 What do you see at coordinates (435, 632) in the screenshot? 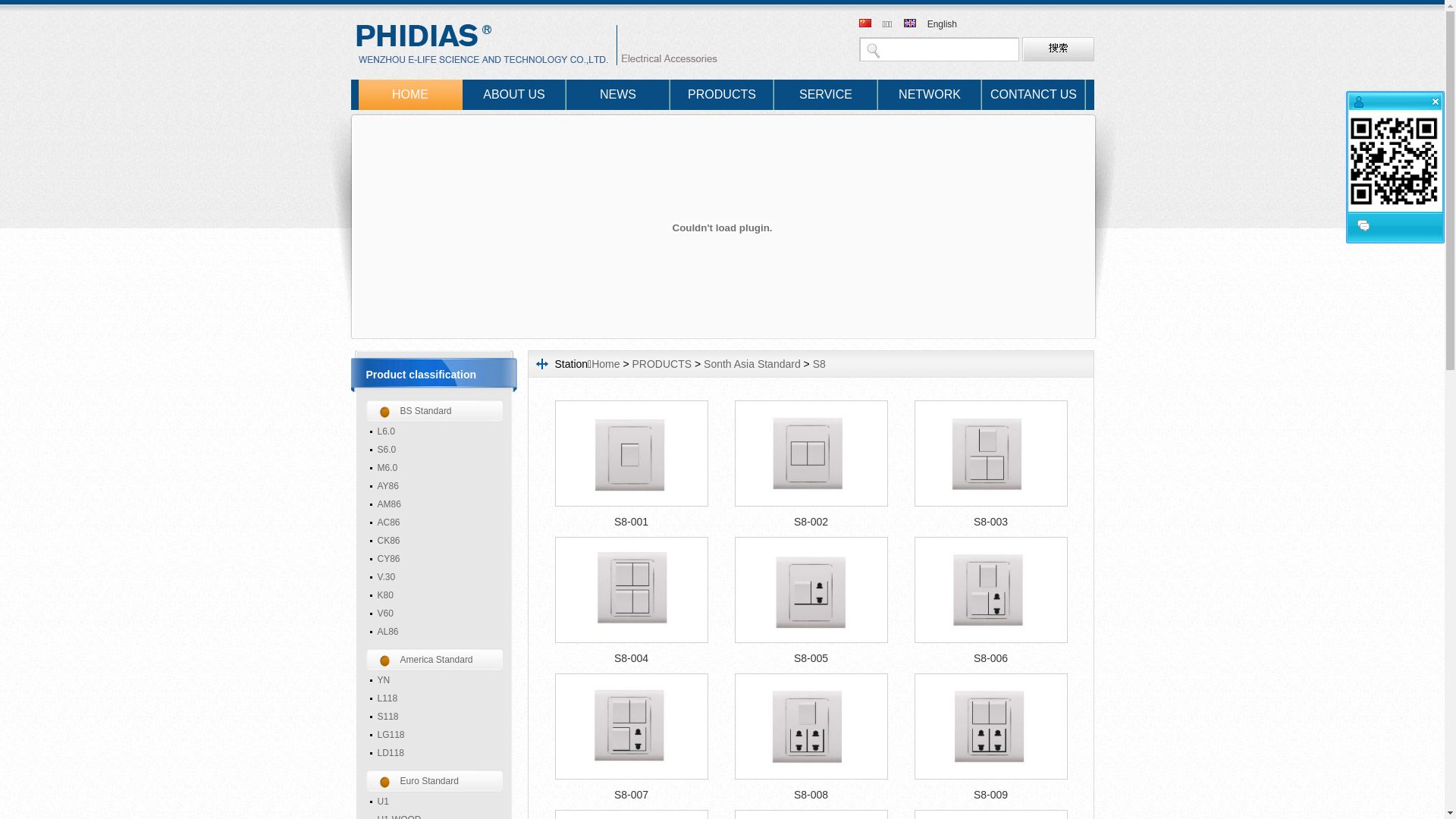
I see `'AL86'` at bounding box center [435, 632].